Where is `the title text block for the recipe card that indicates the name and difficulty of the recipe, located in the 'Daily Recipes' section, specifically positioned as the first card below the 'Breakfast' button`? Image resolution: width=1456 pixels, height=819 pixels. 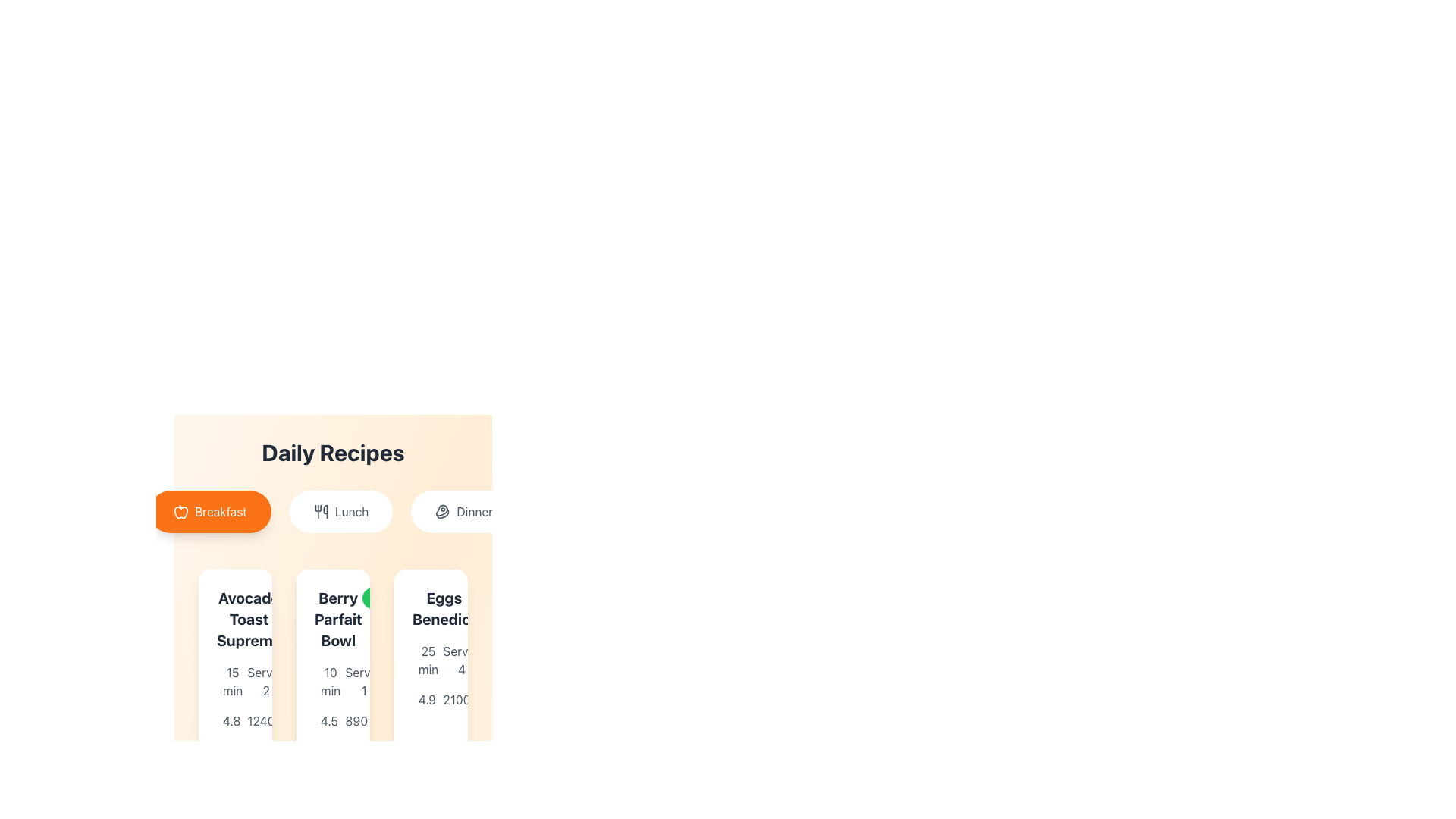
the title text block for the recipe card that indicates the name and difficulty of the recipe, located in the 'Daily Recipes' section, specifically positioned as the first card below the 'Breakfast' button is located at coordinates (234, 620).